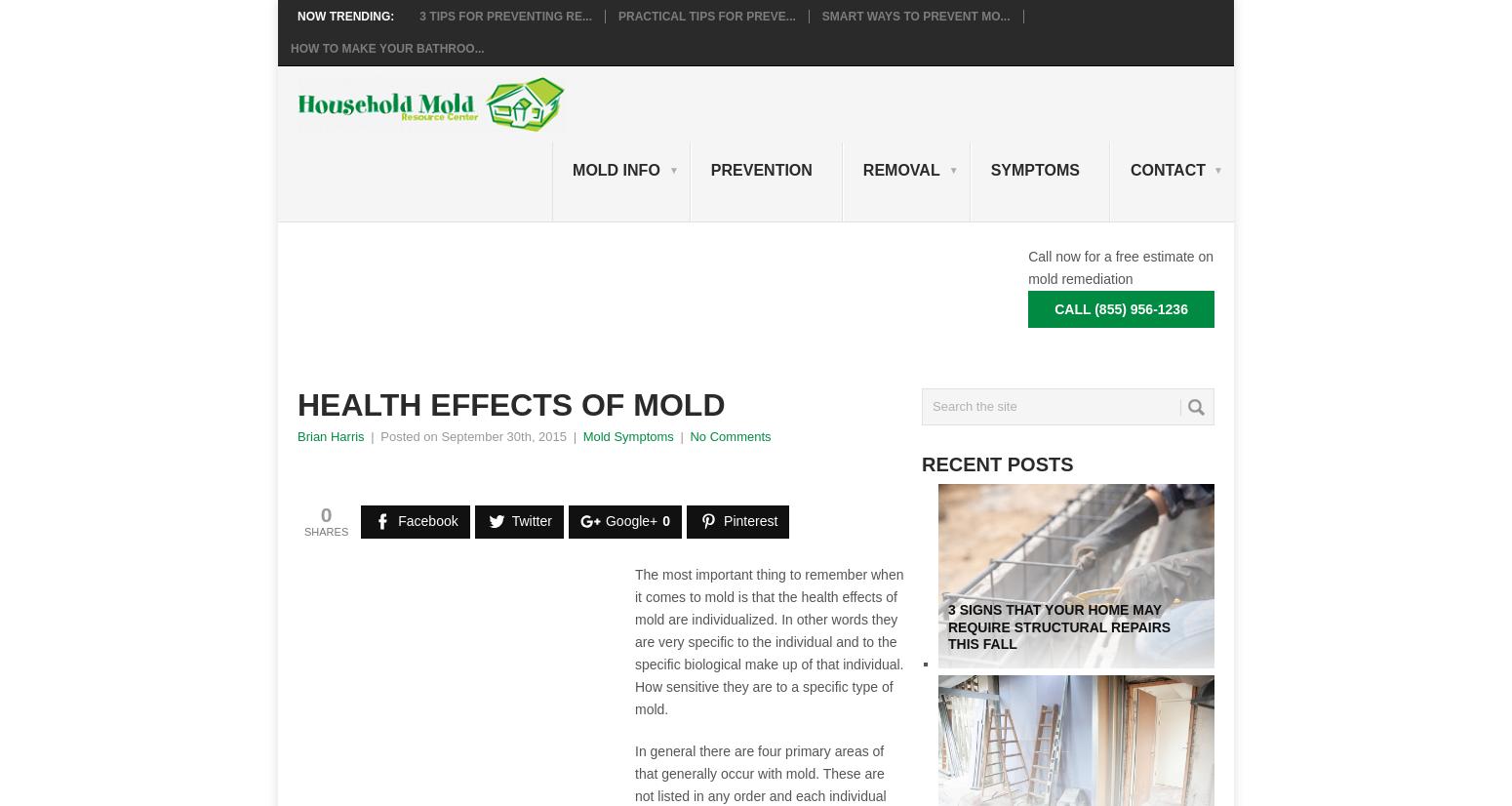  What do you see at coordinates (1120, 308) in the screenshot?
I see `'Call (855) 956-1236'` at bounding box center [1120, 308].